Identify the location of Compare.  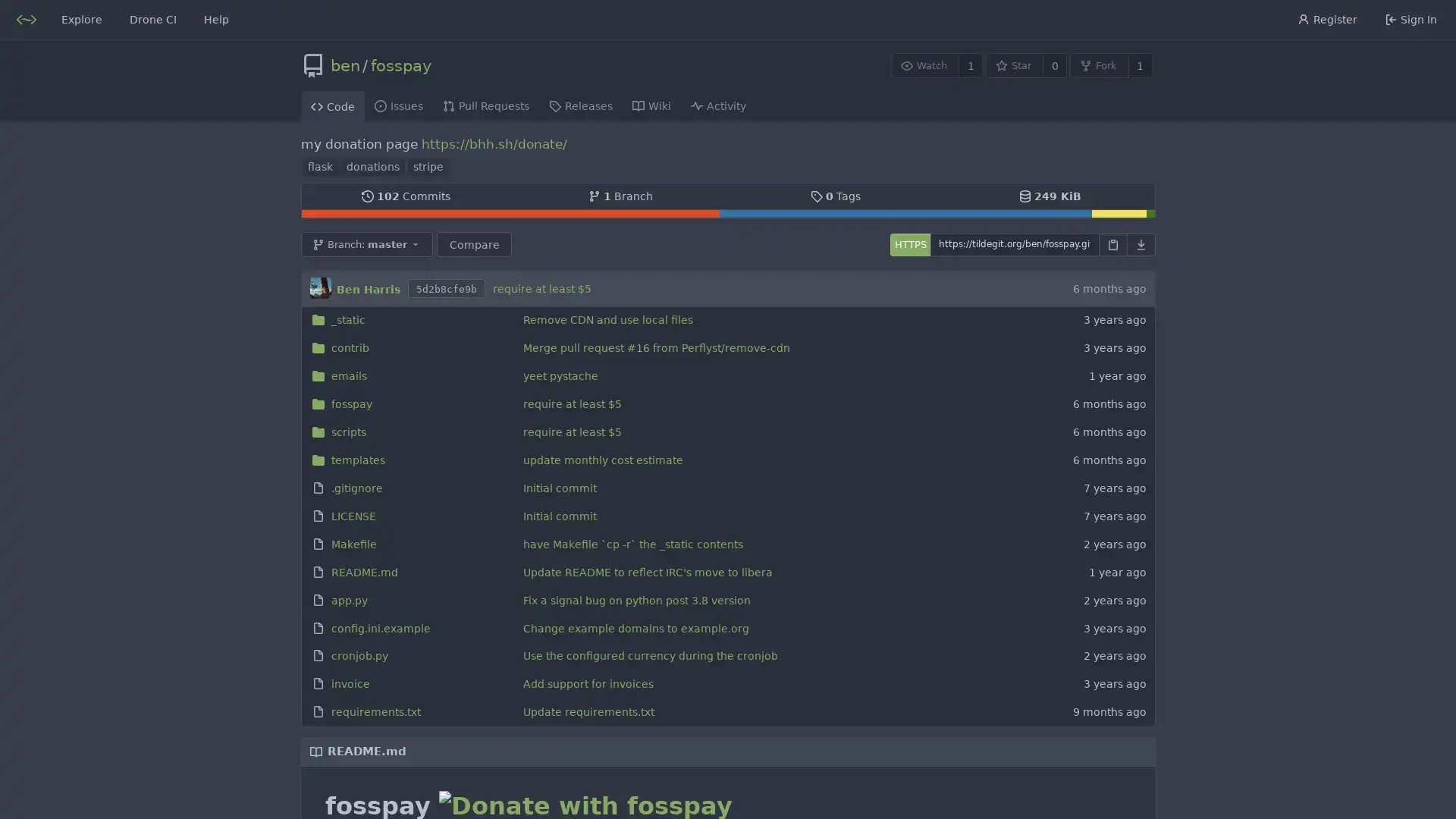
(472, 243).